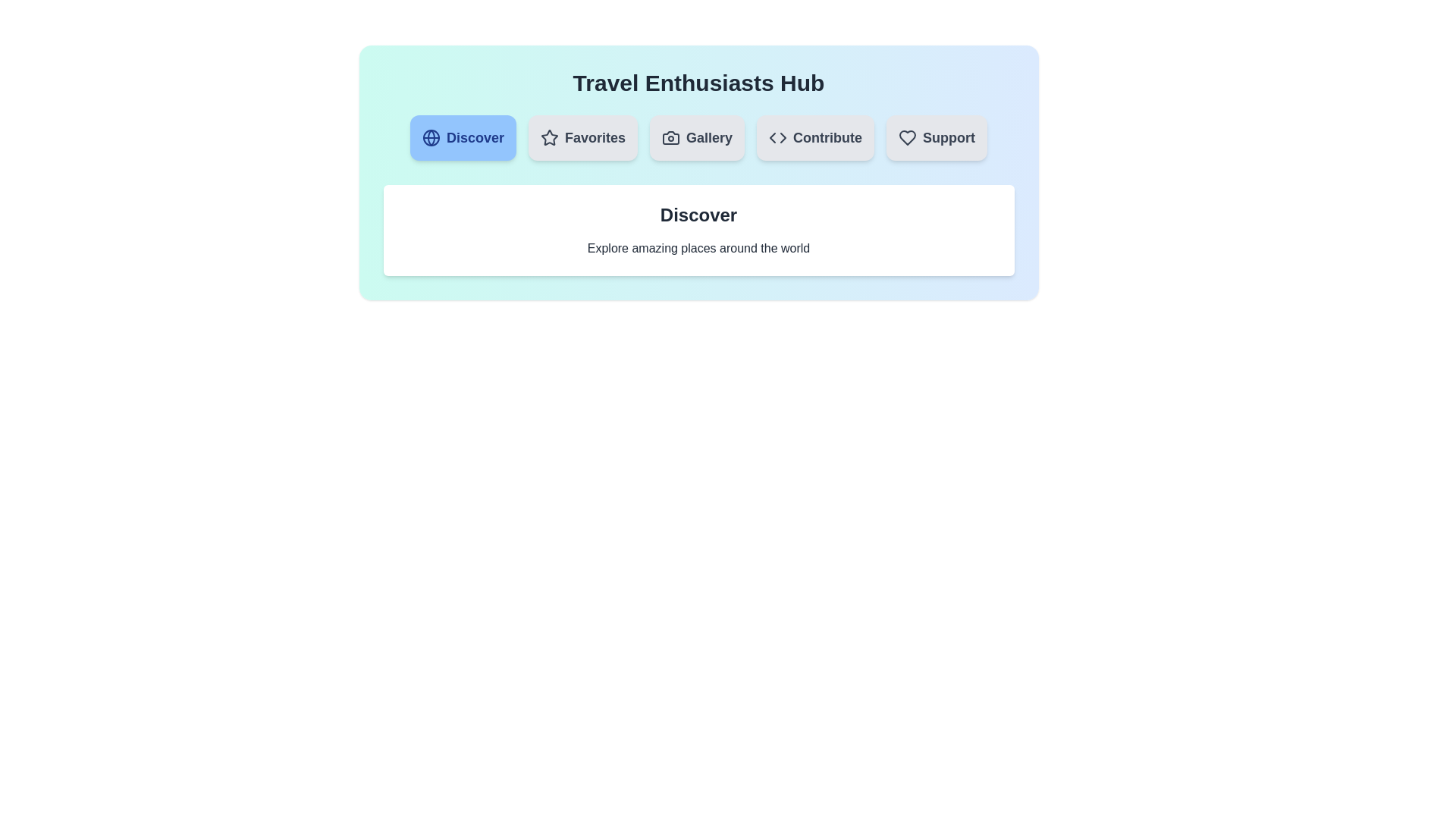 The image size is (1456, 819). Describe the element at coordinates (548, 137) in the screenshot. I see `the 'Favorites' icon located in the navigation menu, near the center top of the interface, next to the 'Discover' button` at that location.